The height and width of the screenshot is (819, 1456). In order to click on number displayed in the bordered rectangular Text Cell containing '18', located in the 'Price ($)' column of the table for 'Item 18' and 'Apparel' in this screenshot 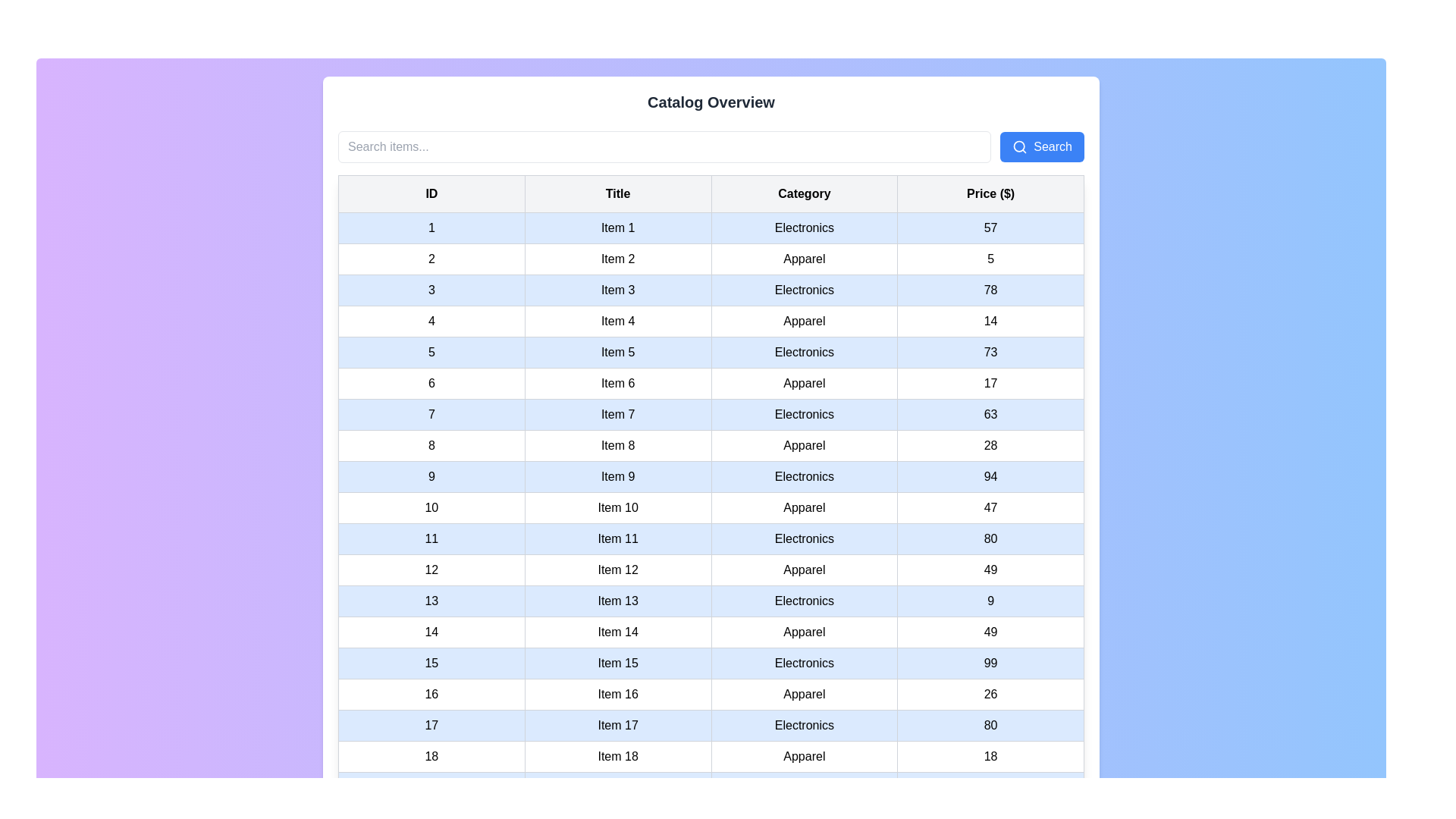, I will do `click(990, 757)`.